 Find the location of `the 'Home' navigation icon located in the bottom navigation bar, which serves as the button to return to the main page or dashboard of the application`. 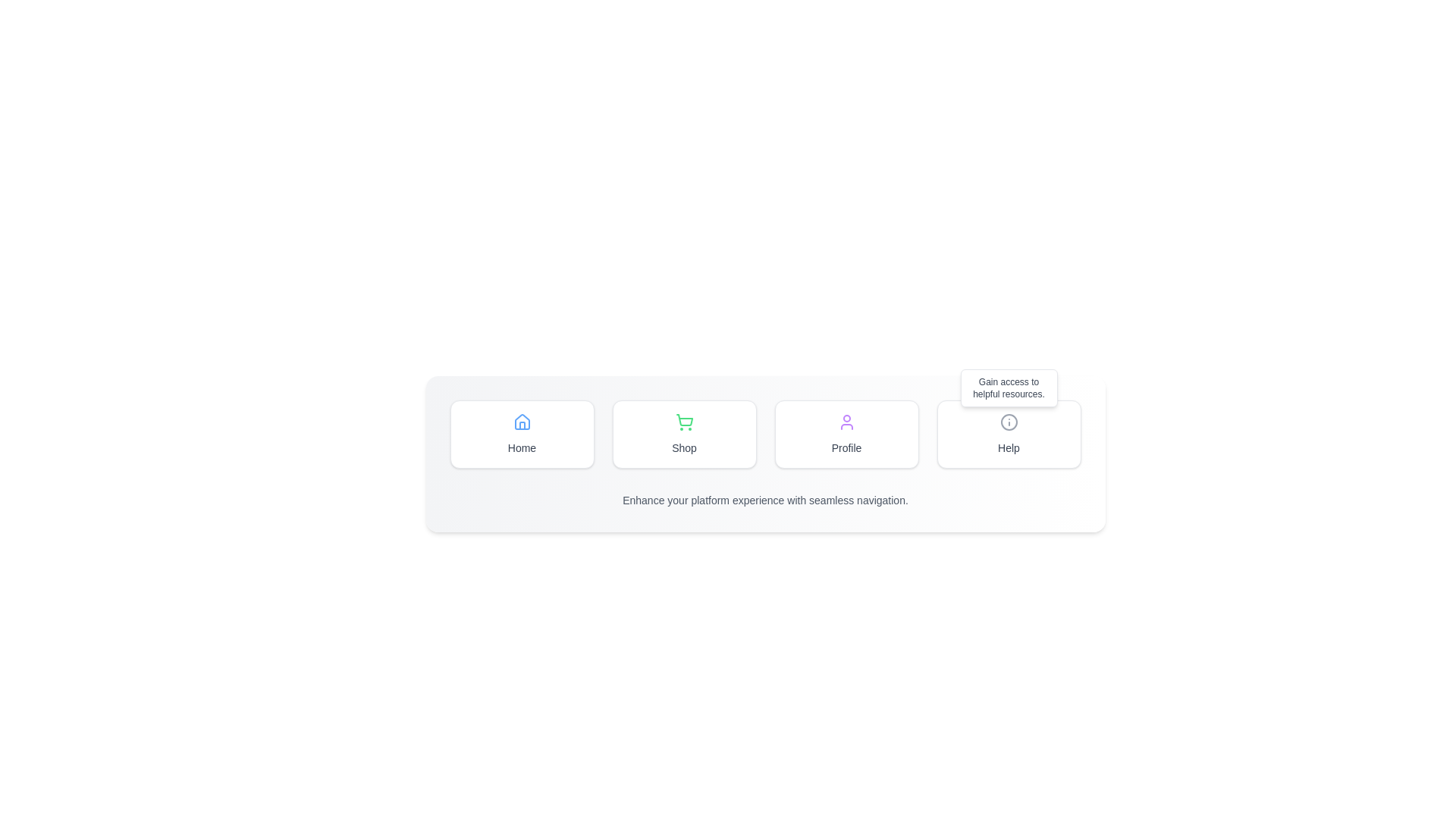

the 'Home' navigation icon located in the bottom navigation bar, which serves as the button to return to the main page or dashboard of the application is located at coordinates (522, 422).